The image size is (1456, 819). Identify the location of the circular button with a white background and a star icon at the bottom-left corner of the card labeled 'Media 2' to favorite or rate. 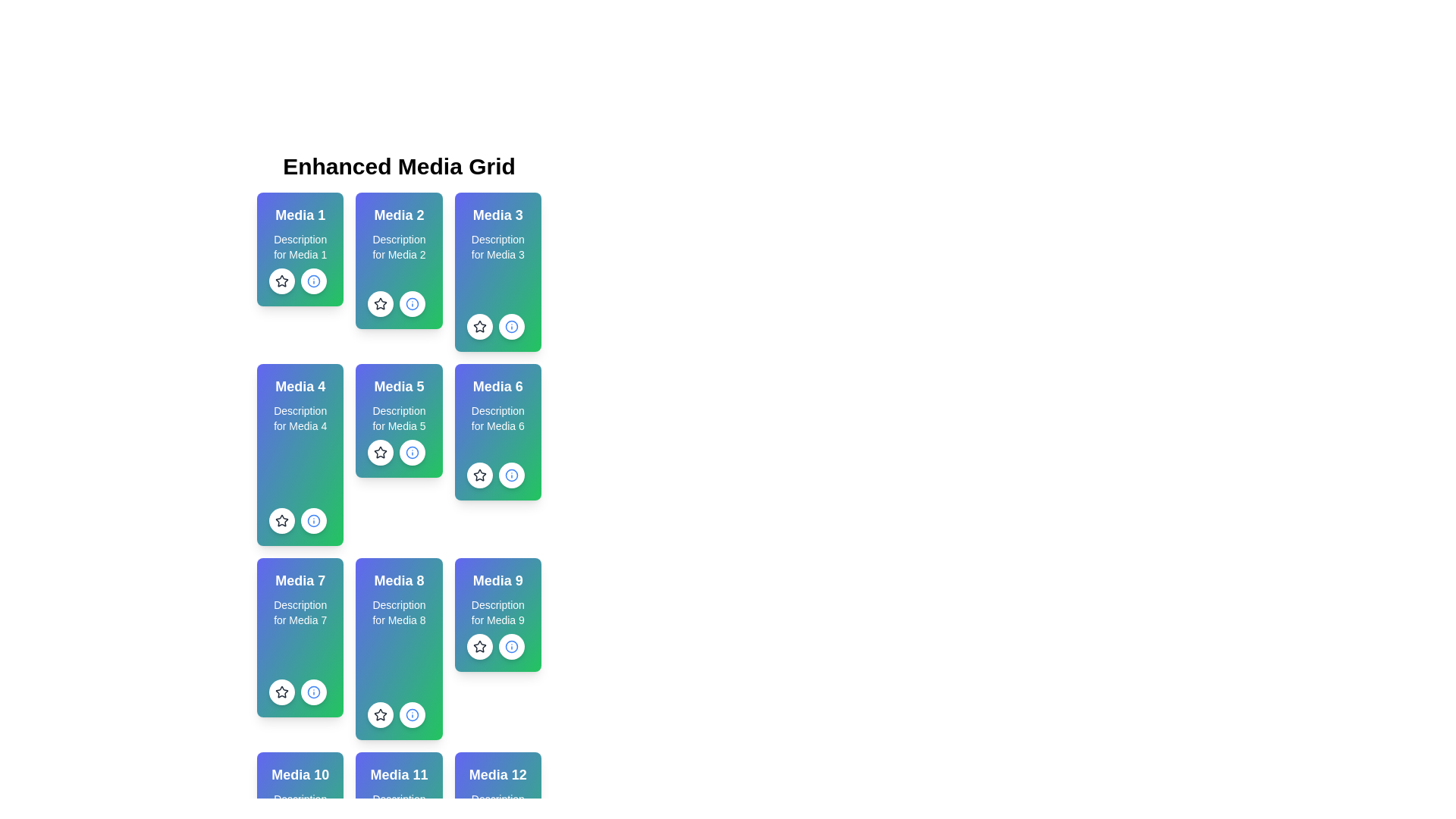
(381, 304).